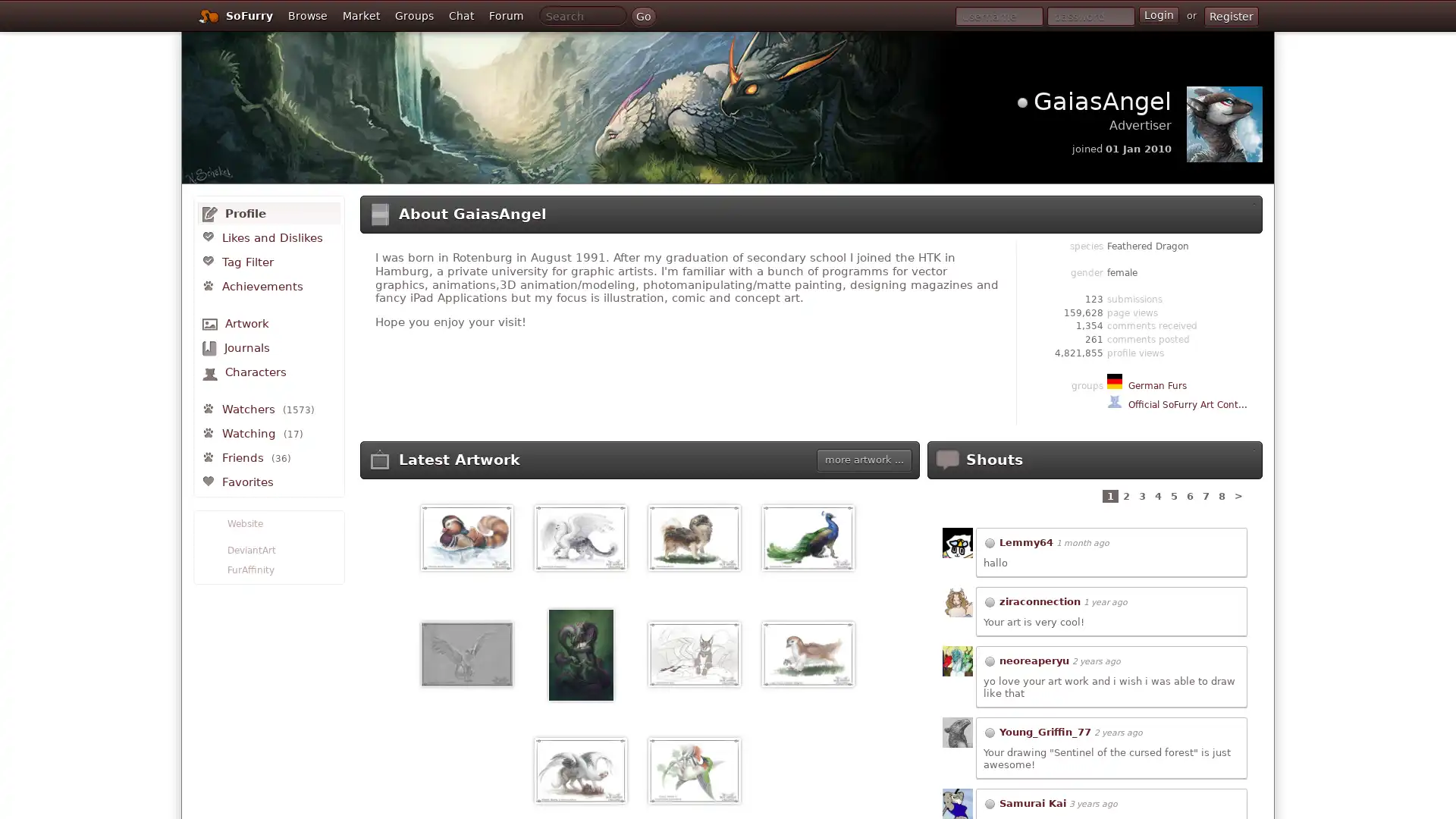  Describe the element at coordinates (644, 17) in the screenshot. I see `Go` at that location.